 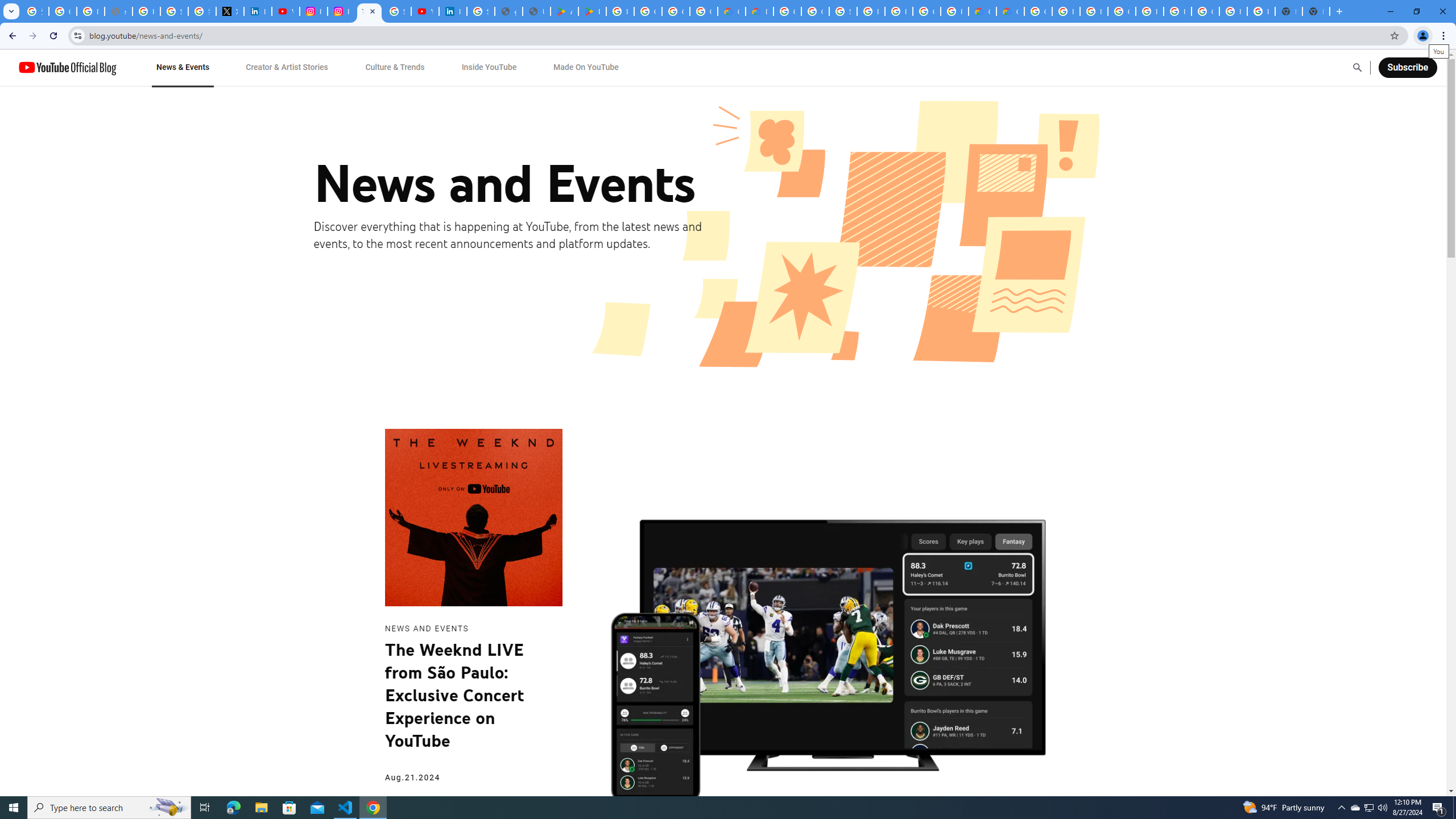 I want to click on 'Browse Chrome as a guest - Computer - Google Chrome Help', so click(x=1065, y=11).